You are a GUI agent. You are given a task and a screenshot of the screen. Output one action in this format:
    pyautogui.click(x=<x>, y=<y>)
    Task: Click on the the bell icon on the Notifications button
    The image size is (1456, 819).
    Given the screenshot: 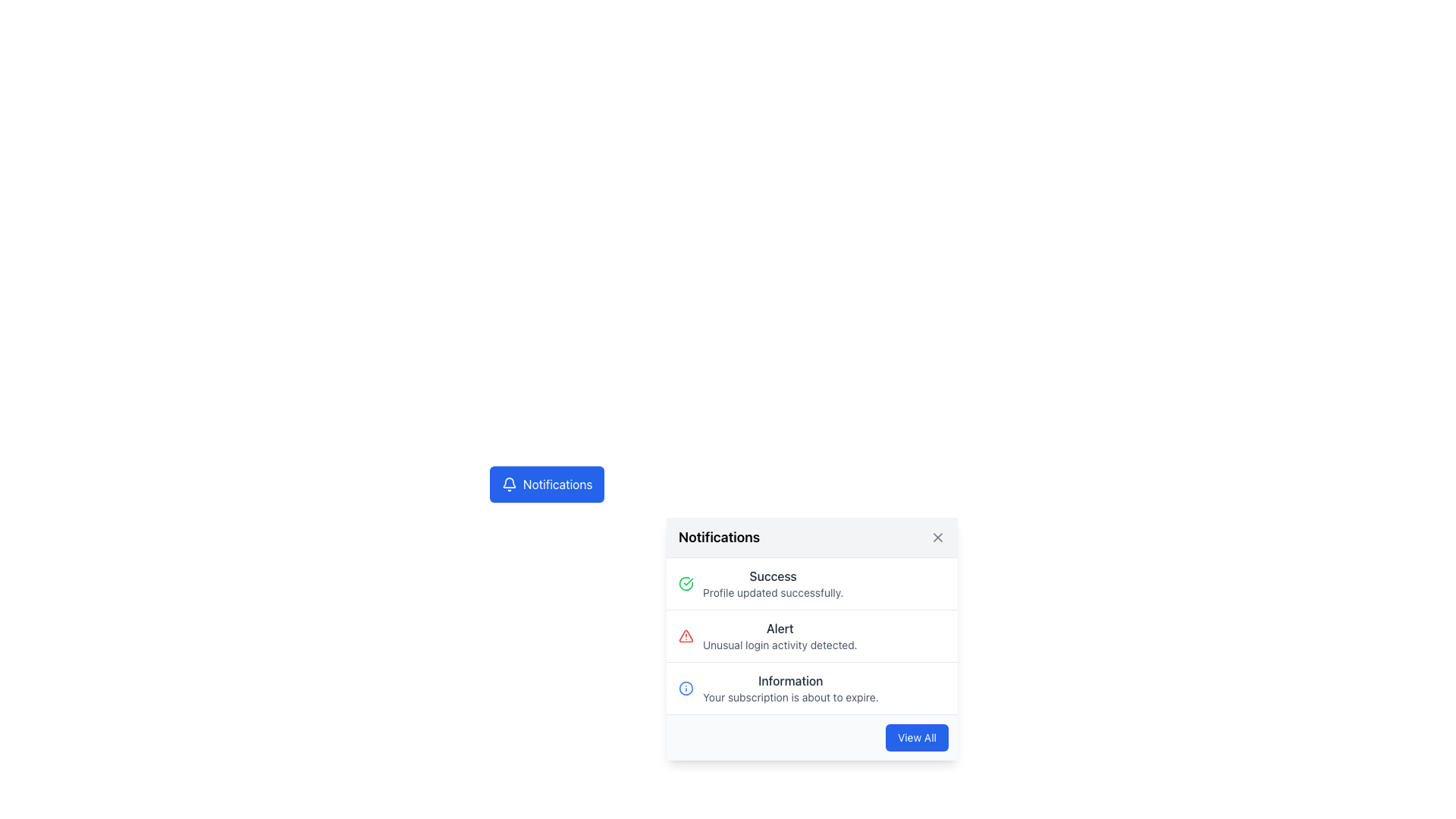 What is the action you would take?
    pyautogui.click(x=510, y=485)
    